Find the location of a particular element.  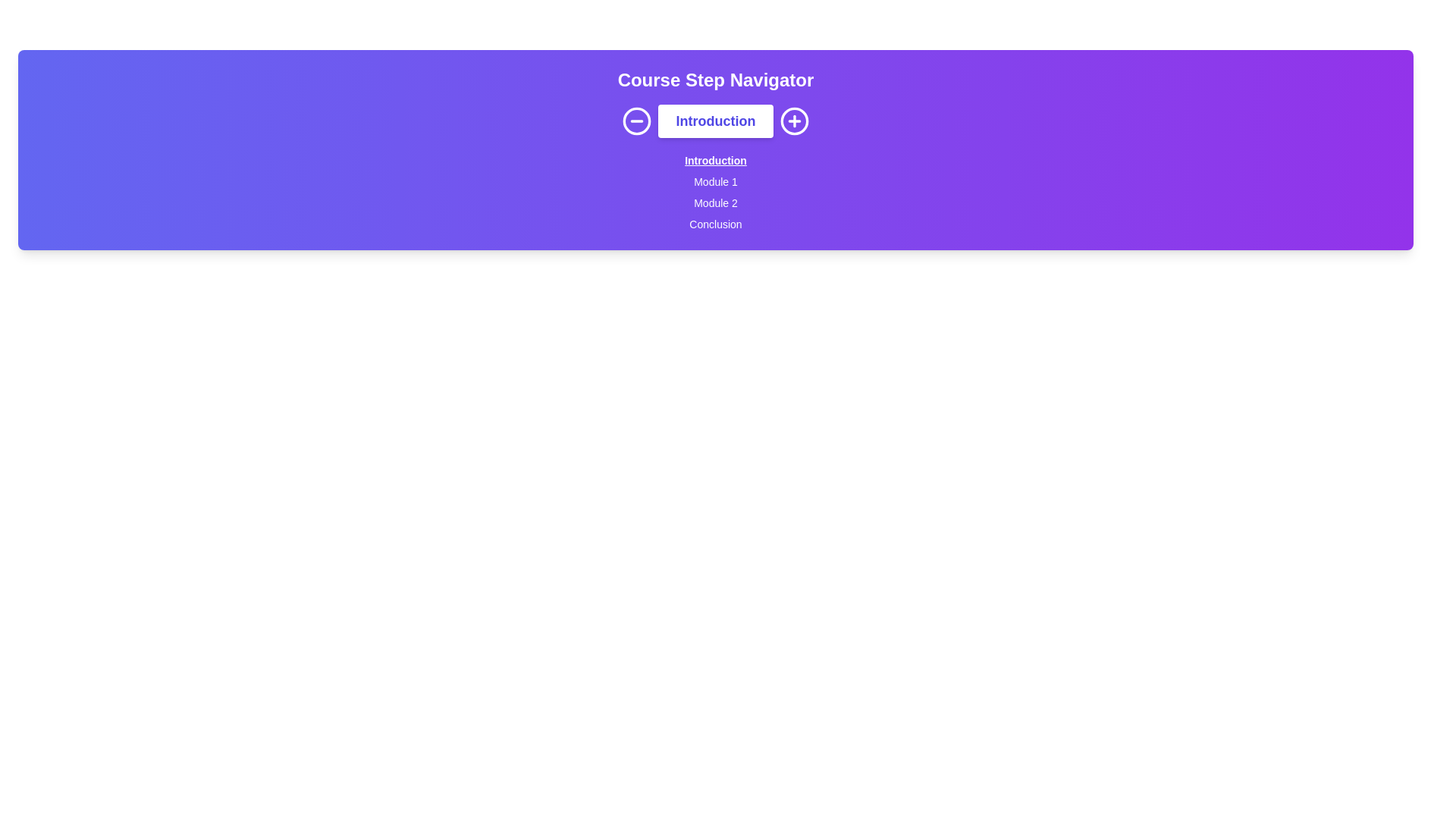

the text label indicating the second module in the course steps is located at coordinates (715, 199).